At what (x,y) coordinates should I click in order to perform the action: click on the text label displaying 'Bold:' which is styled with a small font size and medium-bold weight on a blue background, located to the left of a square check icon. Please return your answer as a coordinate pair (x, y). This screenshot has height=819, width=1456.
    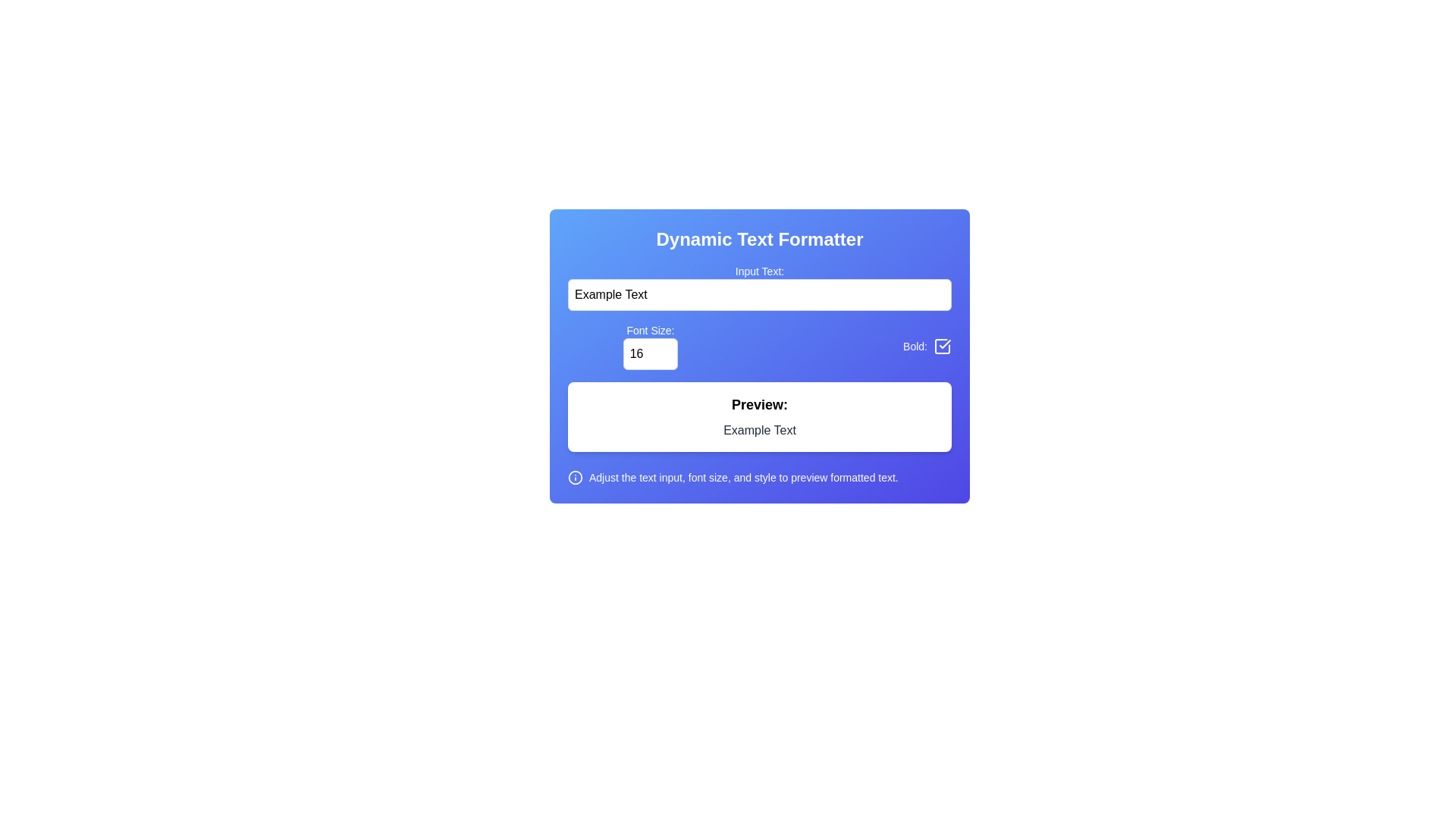
    Looking at the image, I should click on (915, 346).